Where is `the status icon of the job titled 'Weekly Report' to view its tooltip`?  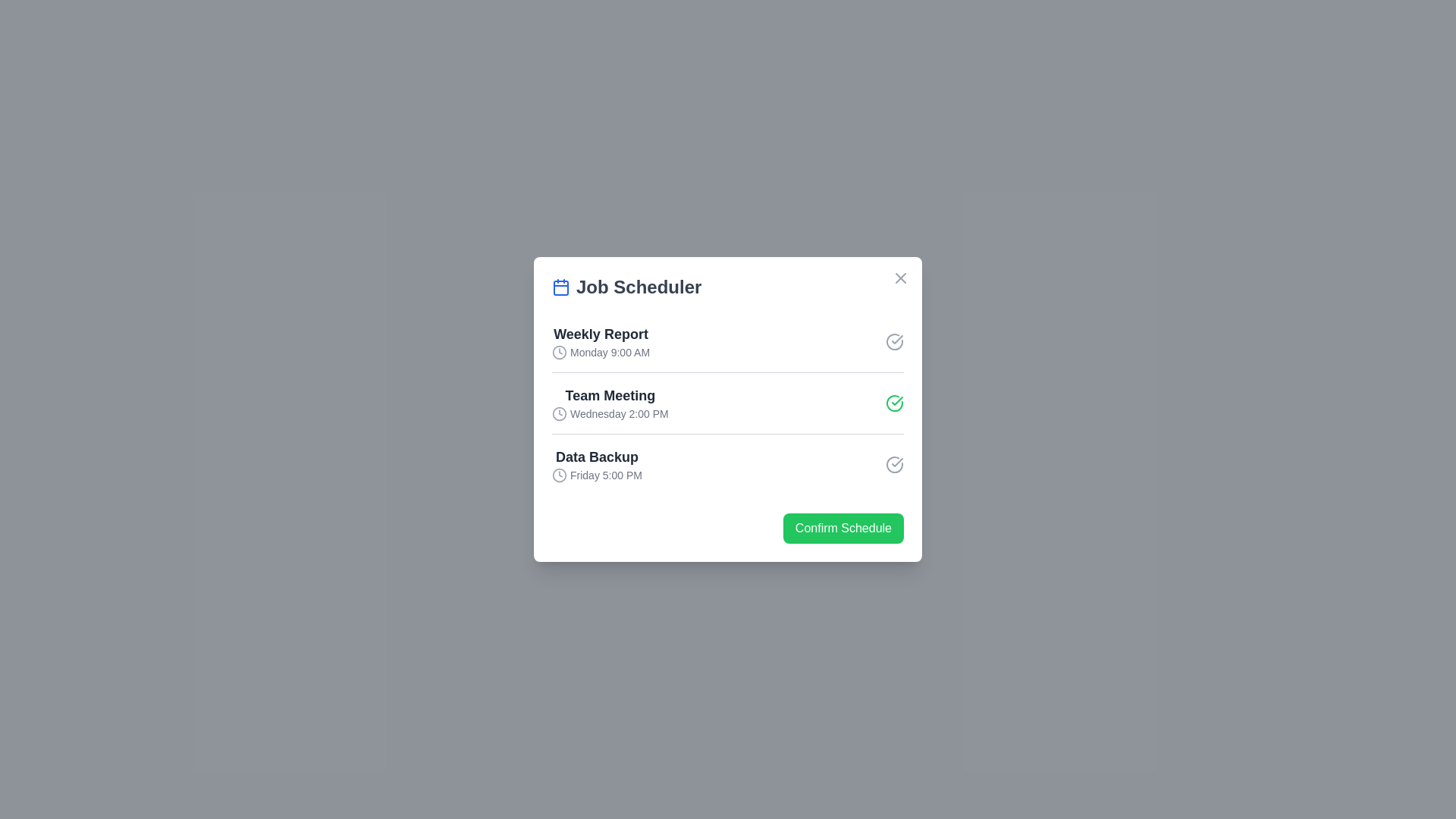 the status icon of the job titled 'Weekly Report' to view its tooltip is located at coordinates (895, 342).